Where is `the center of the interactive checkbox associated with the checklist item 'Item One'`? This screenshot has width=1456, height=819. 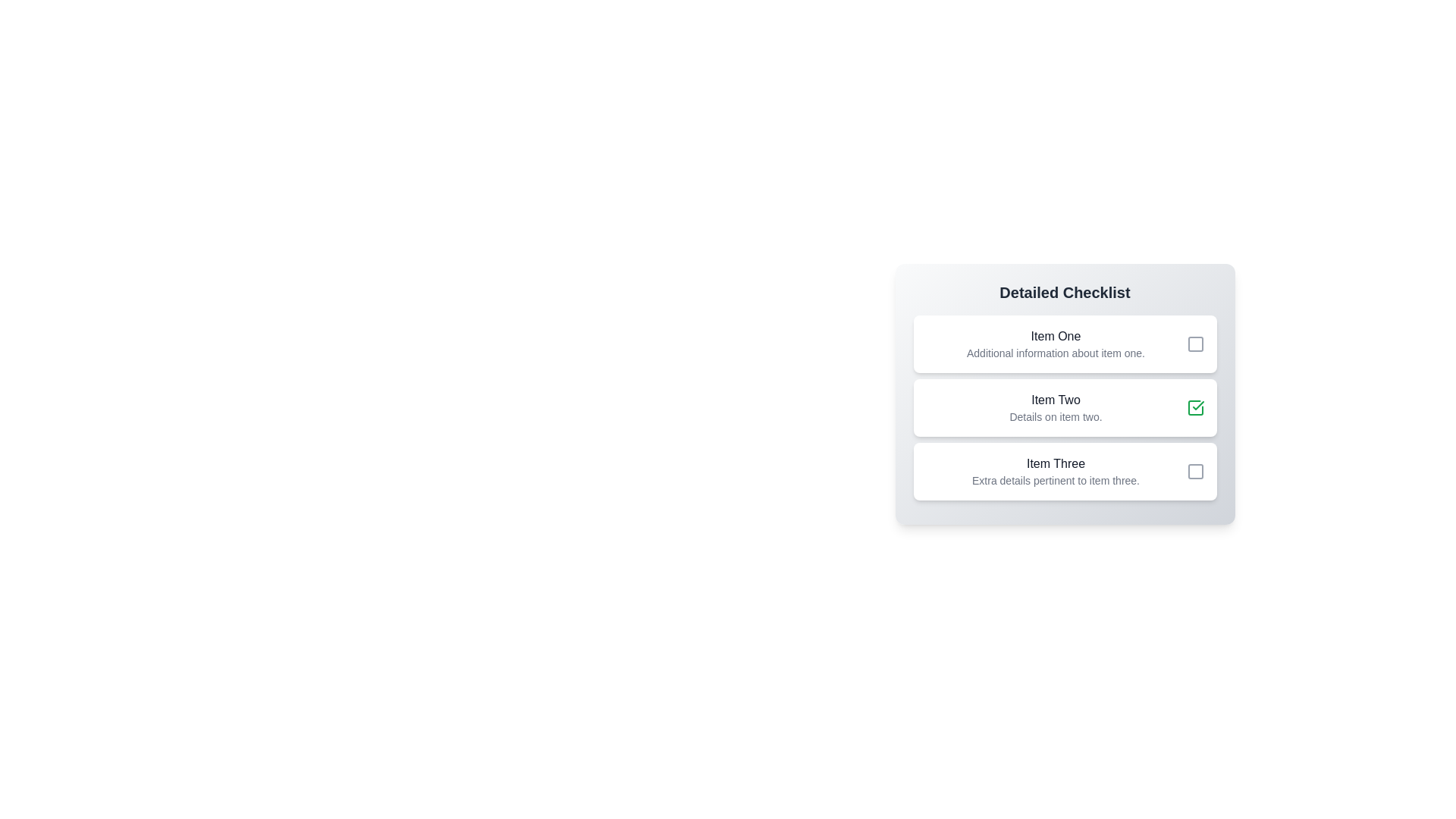 the center of the interactive checkbox associated with the checklist item 'Item One' is located at coordinates (1194, 344).